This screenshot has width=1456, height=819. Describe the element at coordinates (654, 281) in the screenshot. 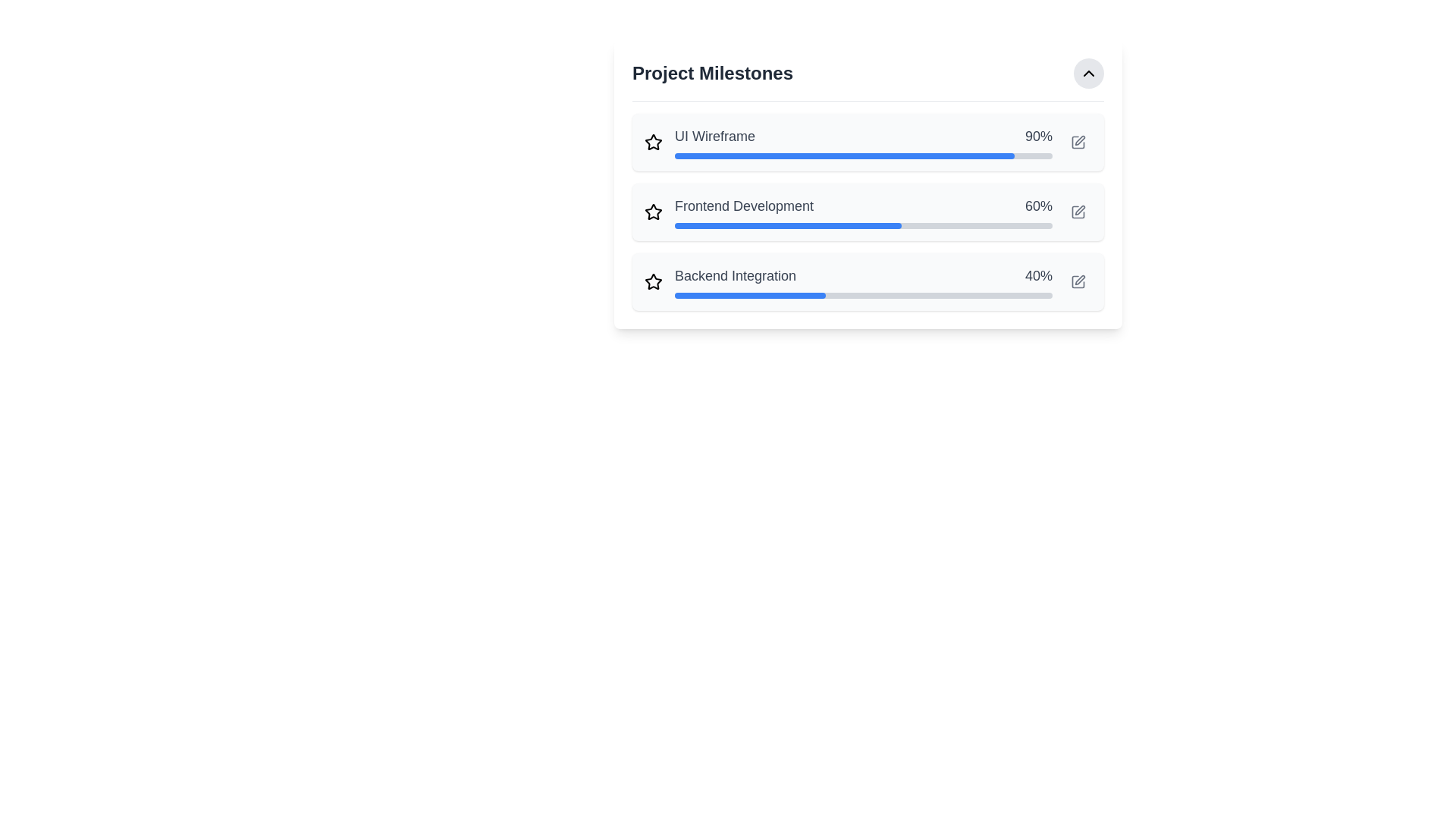

I see `the star icon located to the left of the 'Backend Integration' text to mark the milestone as important or favorited` at that location.